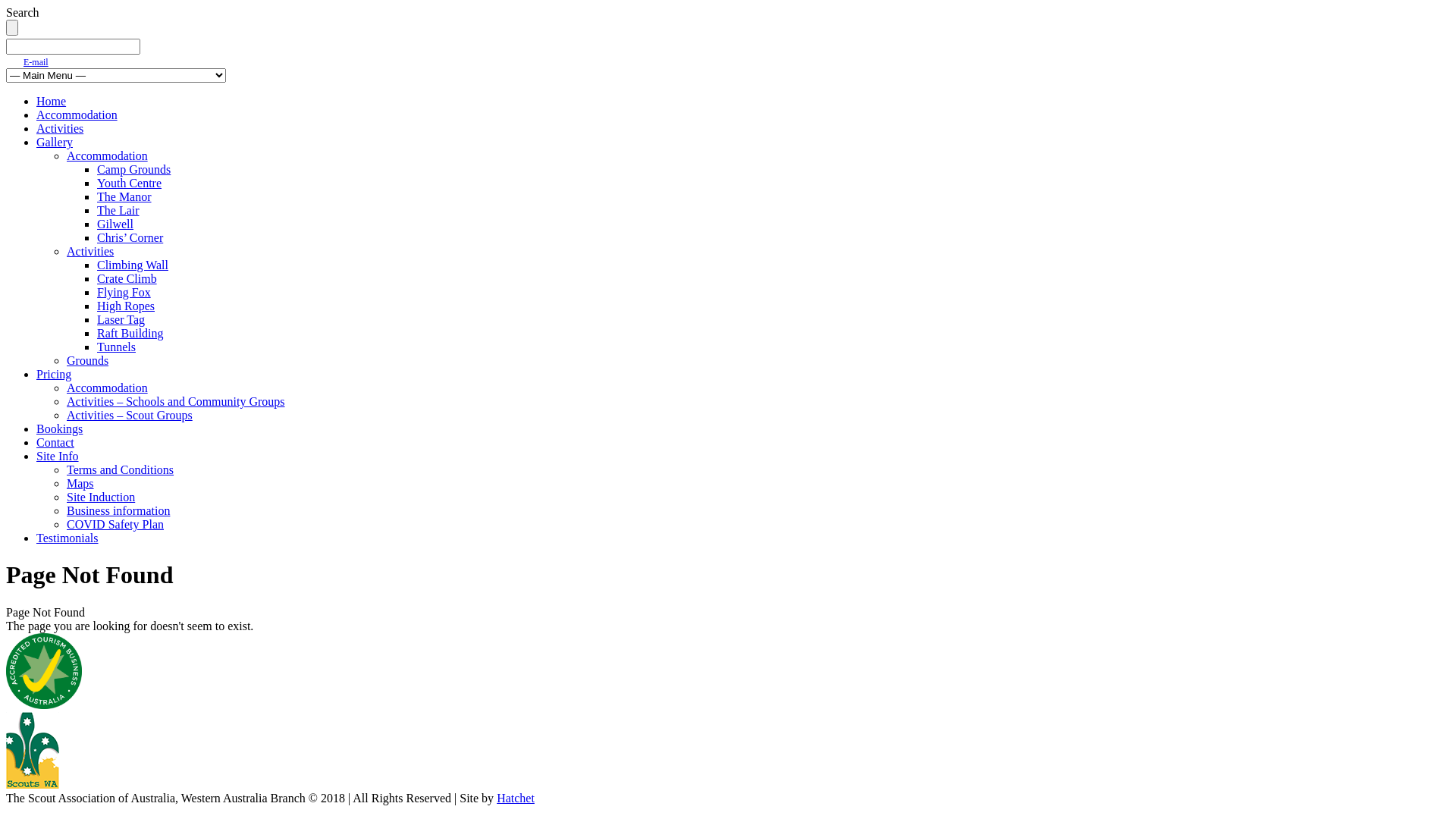 This screenshot has height=819, width=1456. Describe the element at coordinates (129, 182) in the screenshot. I see `'Youth Centre'` at that location.